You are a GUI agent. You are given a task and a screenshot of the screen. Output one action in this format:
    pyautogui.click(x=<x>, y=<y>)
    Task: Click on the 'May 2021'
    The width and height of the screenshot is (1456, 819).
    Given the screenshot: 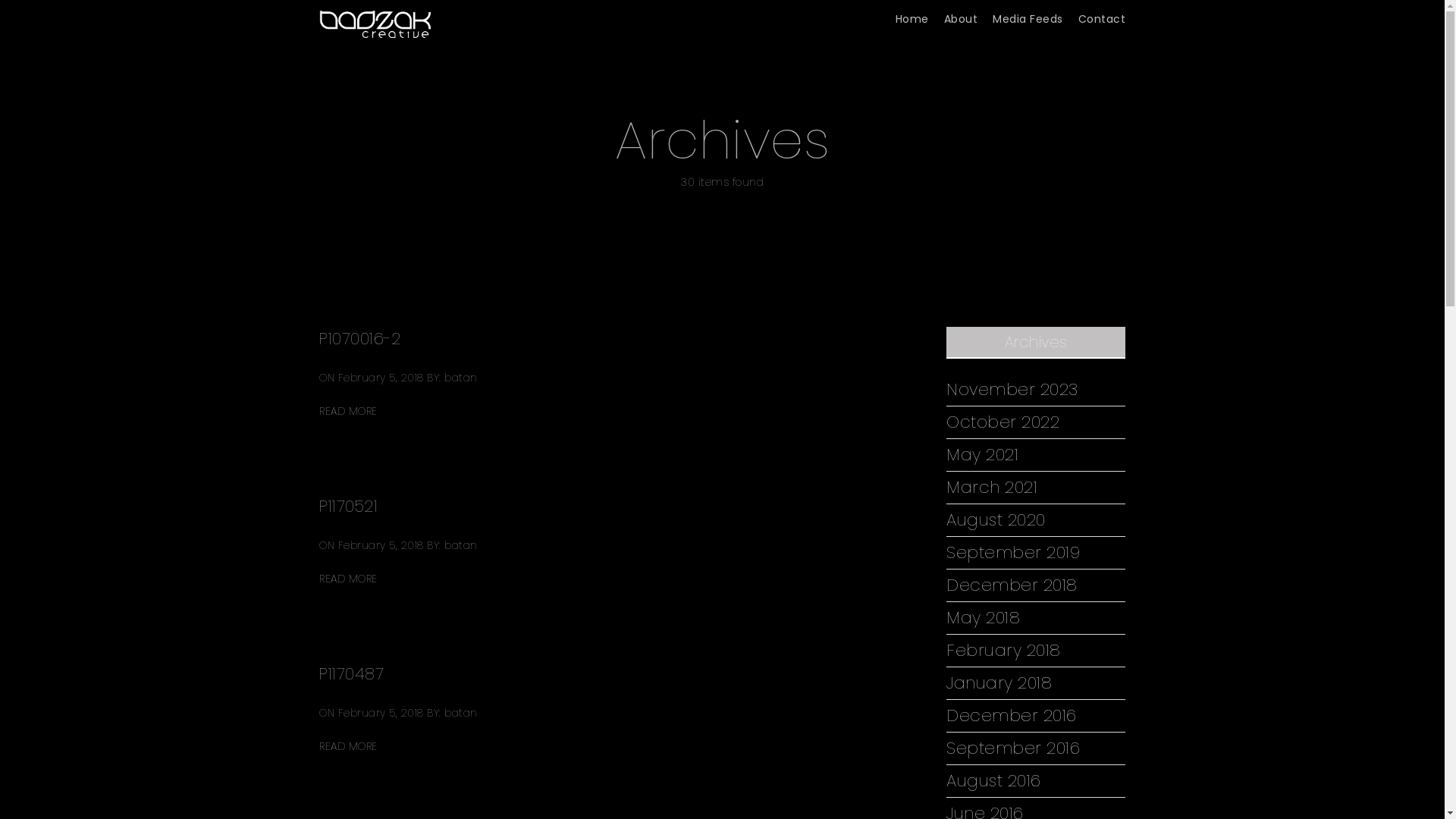 What is the action you would take?
    pyautogui.click(x=982, y=454)
    